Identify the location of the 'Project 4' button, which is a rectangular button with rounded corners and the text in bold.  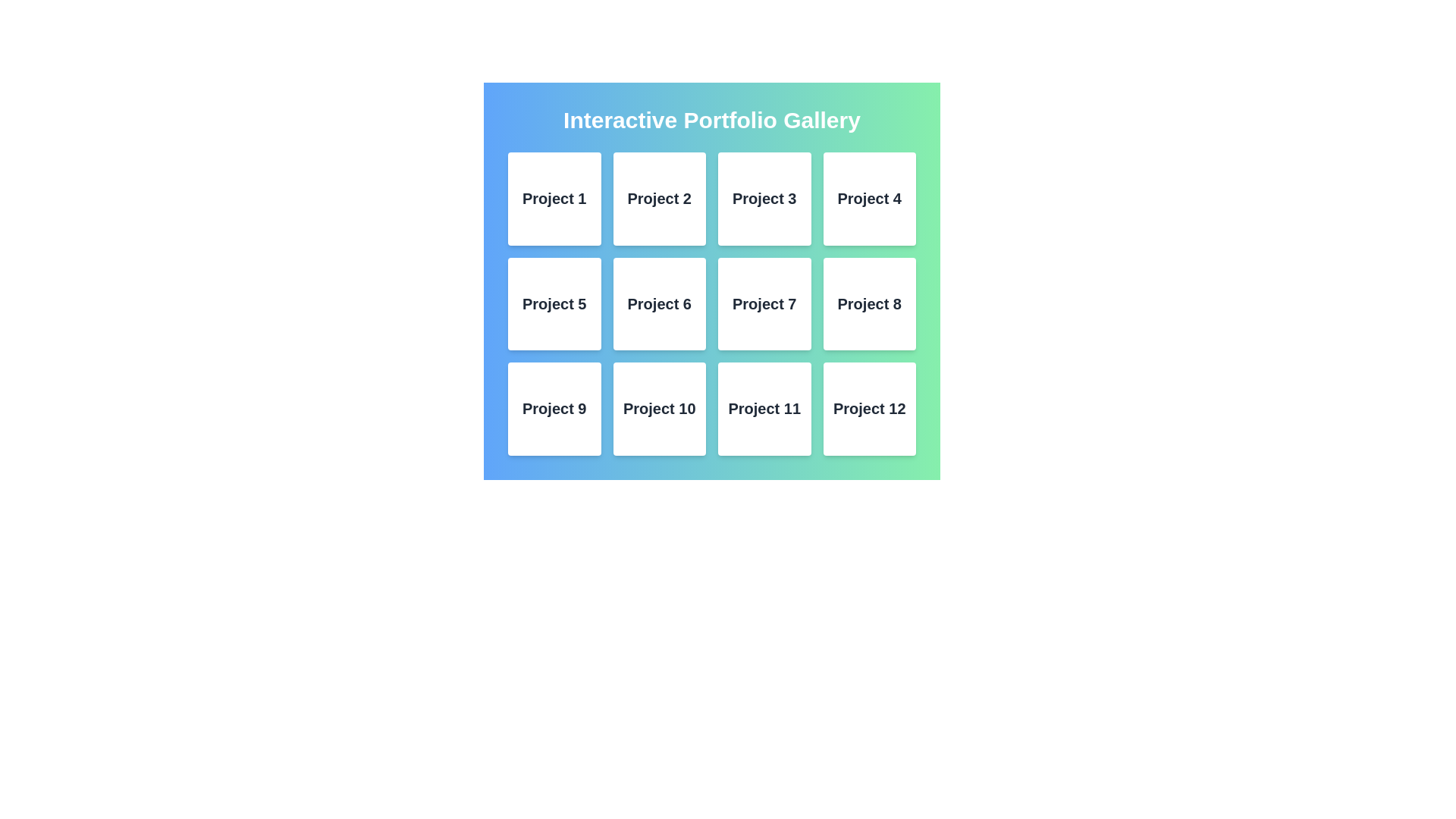
(869, 198).